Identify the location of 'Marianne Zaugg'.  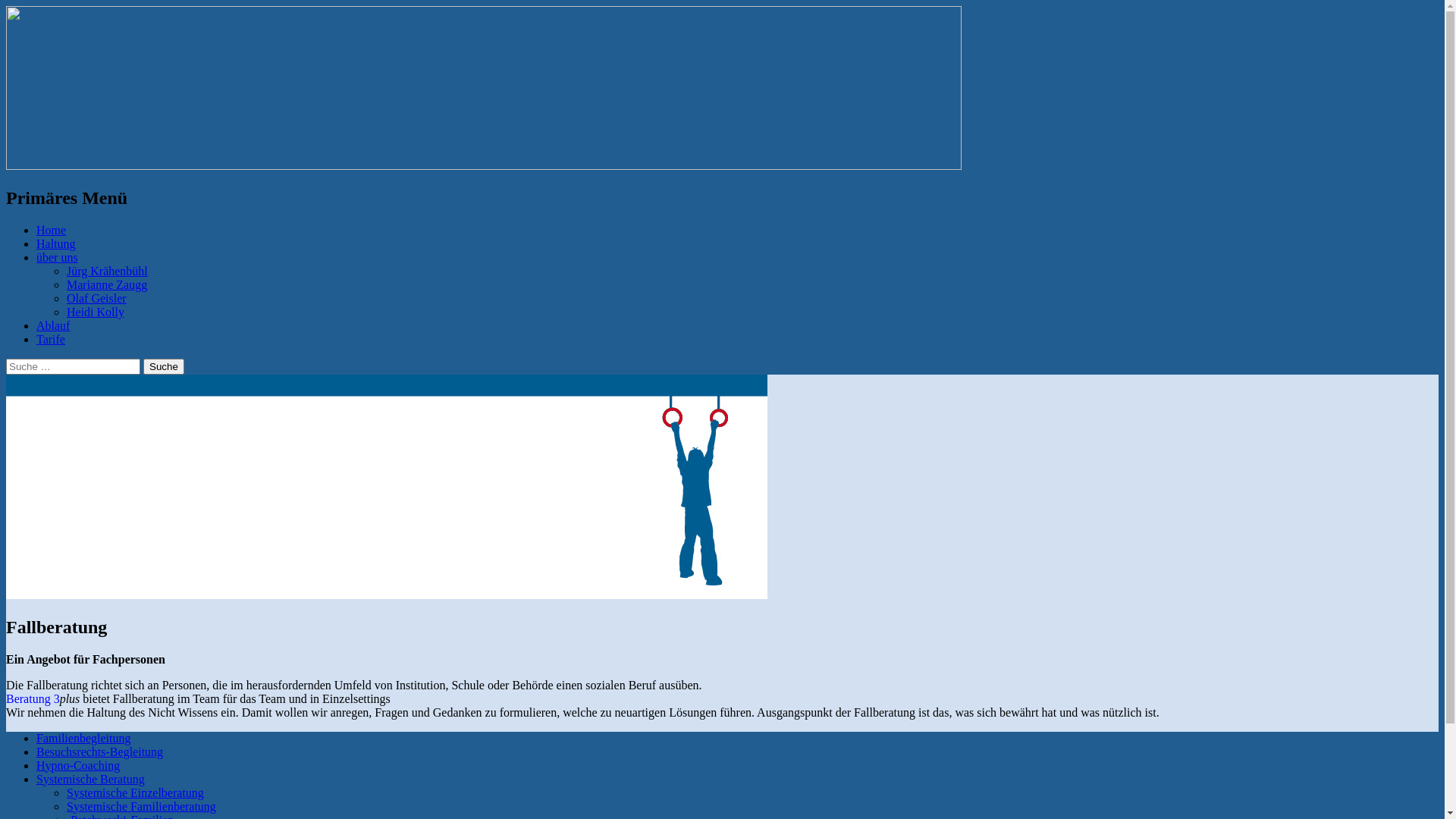
(65, 284).